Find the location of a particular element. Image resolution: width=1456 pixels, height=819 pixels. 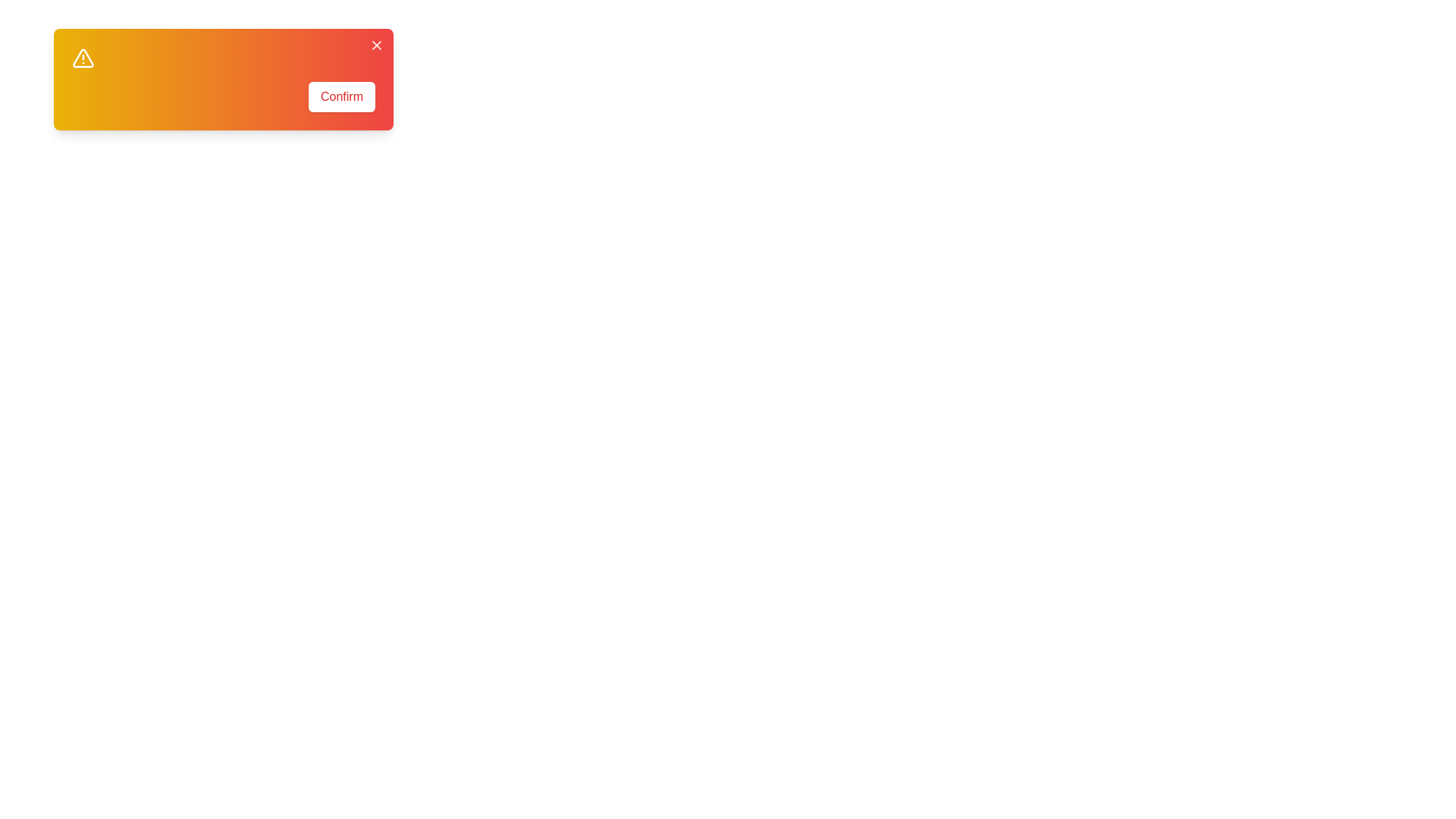

the triangular warning icon with a hollow center, styled with a yellow background and a white border, located in the upper-left corner of the modal dialog box is located at coordinates (83, 58).